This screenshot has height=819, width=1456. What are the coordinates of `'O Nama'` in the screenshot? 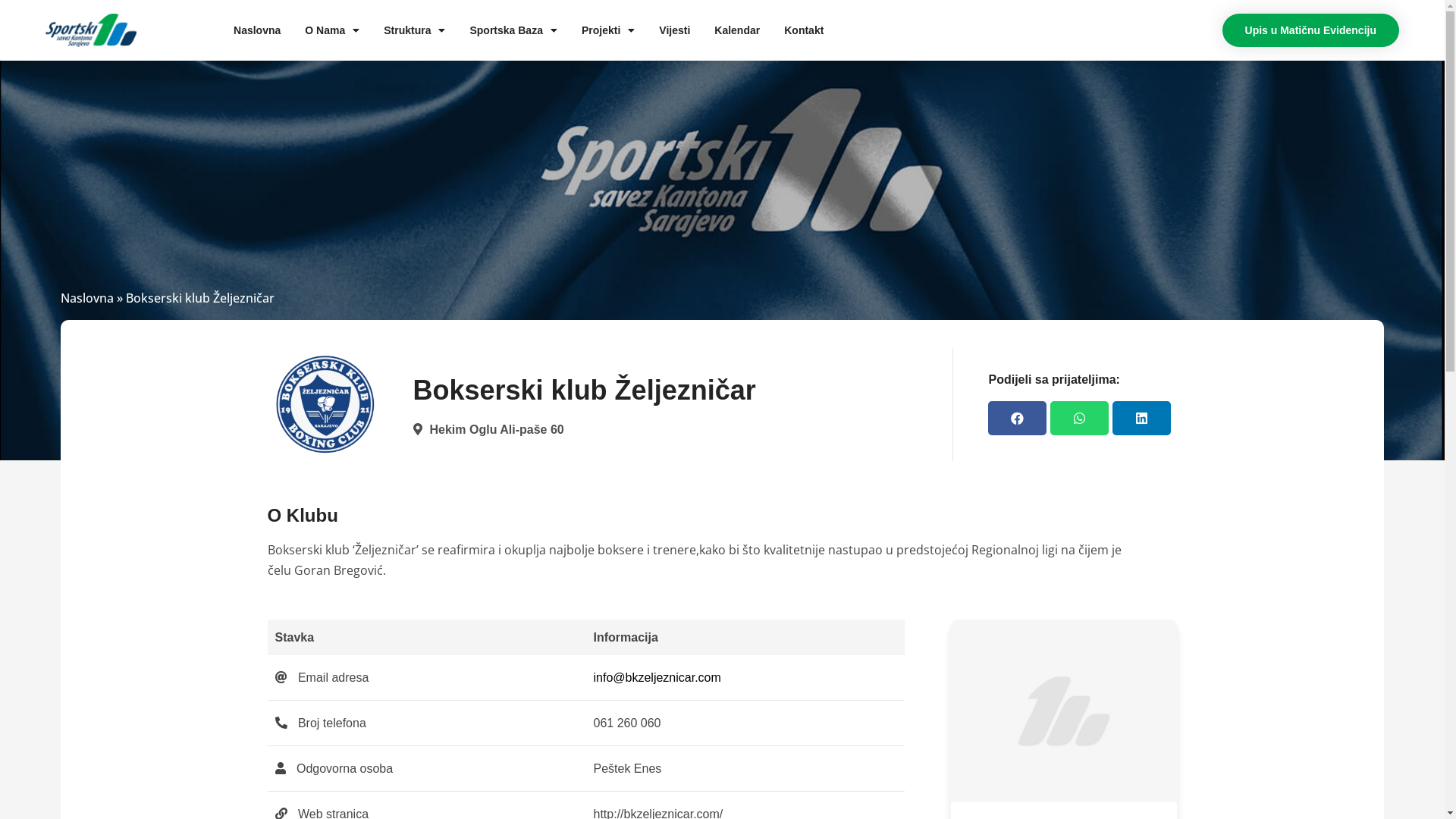 It's located at (331, 30).